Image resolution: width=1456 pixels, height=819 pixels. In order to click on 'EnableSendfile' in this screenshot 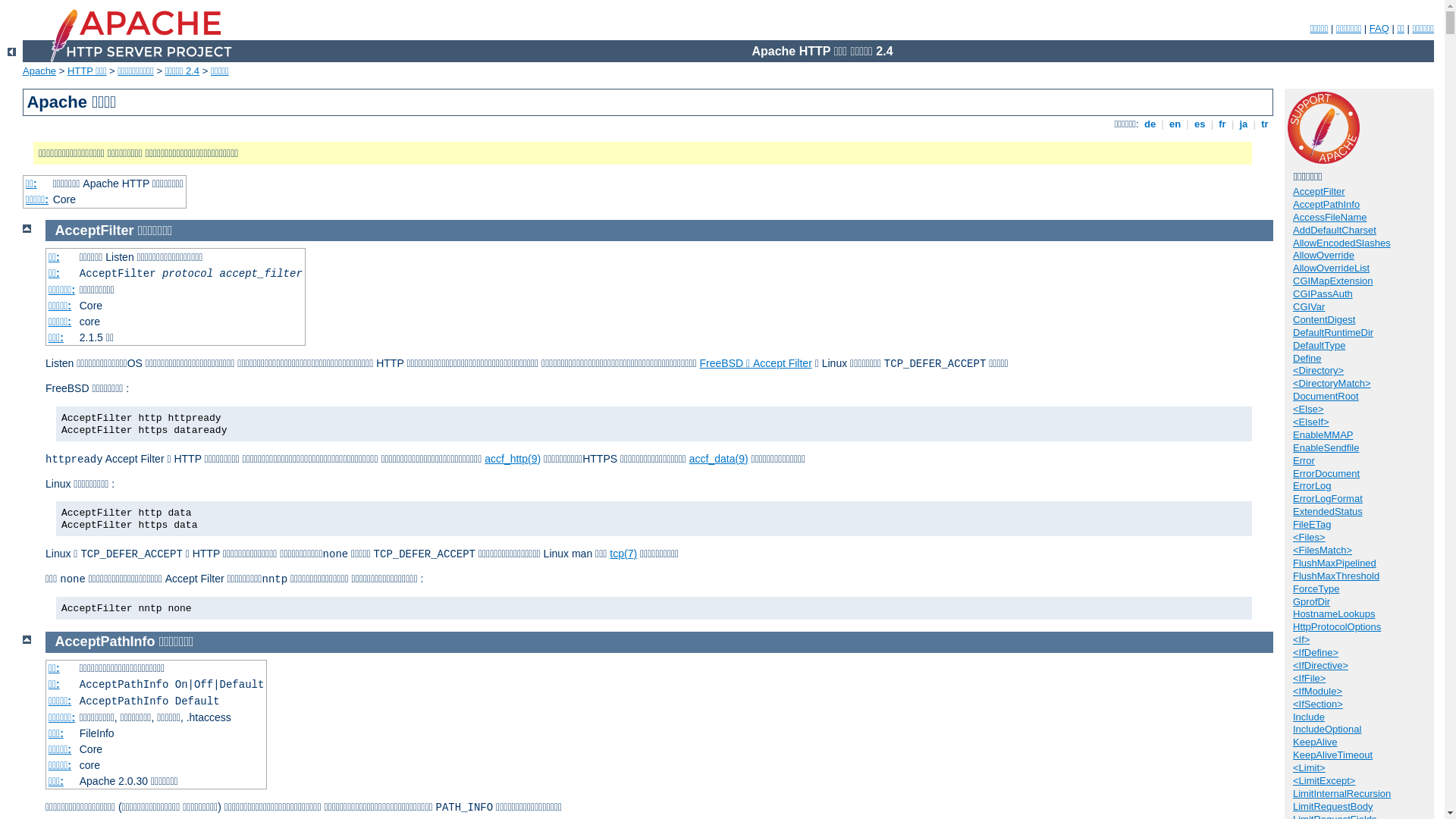, I will do `click(1325, 447)`.